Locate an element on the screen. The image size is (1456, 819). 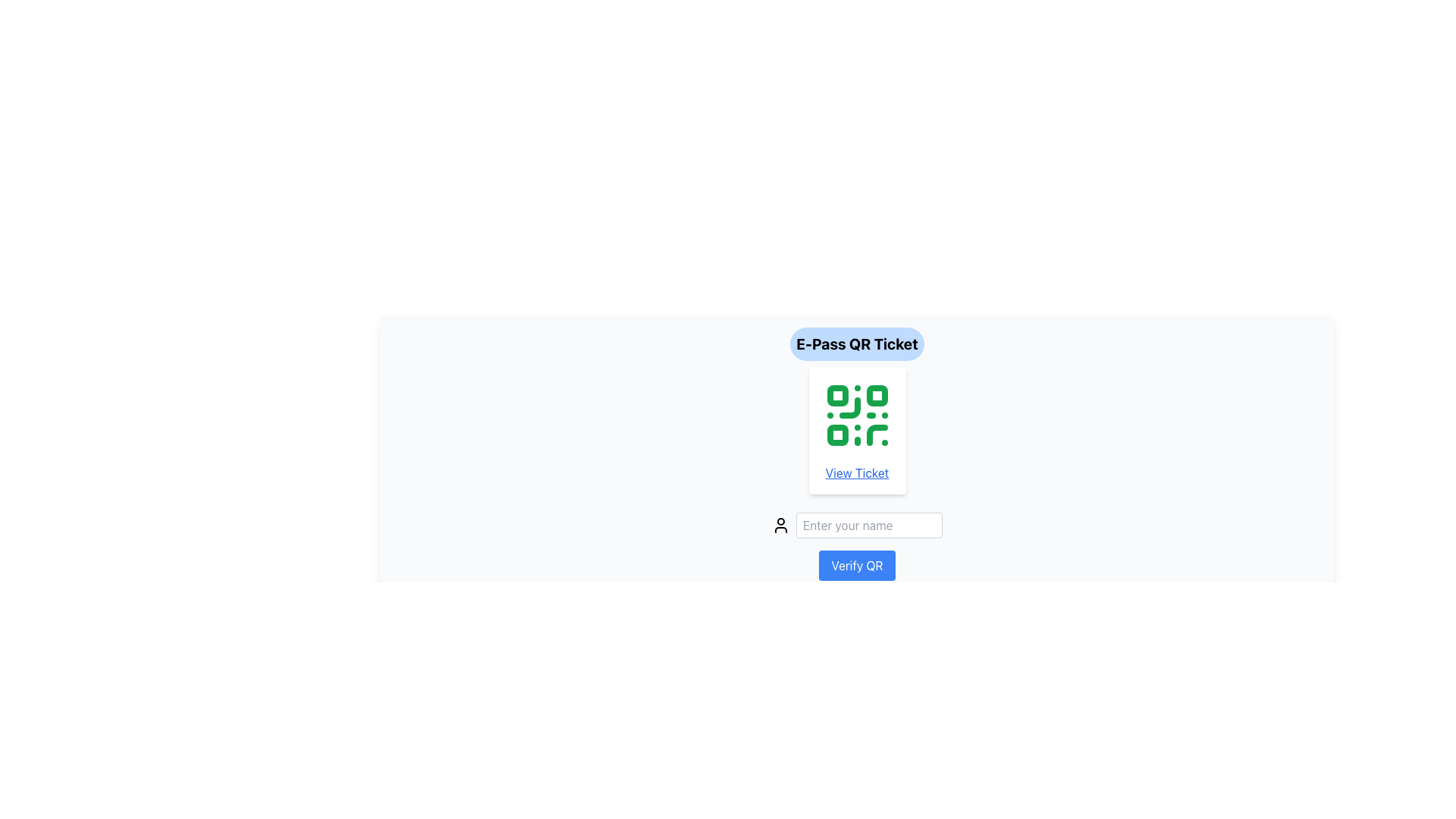
the green SVG Rectangle element that is the first square block in the QR code under the 'E-Pass QR Ticket' header is located at coordinates (836, 394).